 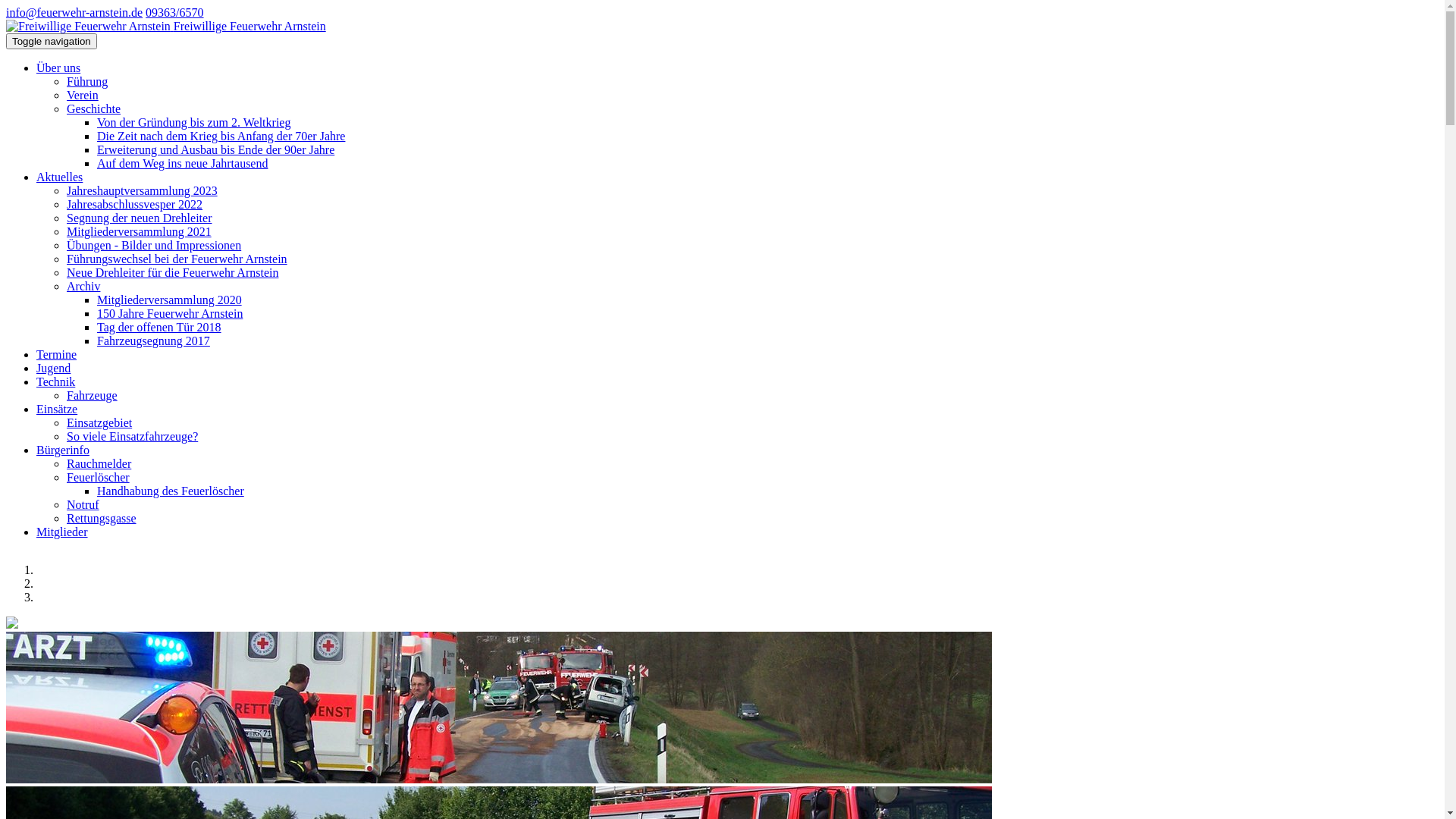 What do you see at coordinates (139, 231) in the screenshot?
I see `'Mitgliederversammlung 2021'` at bounding box center [139, 231].